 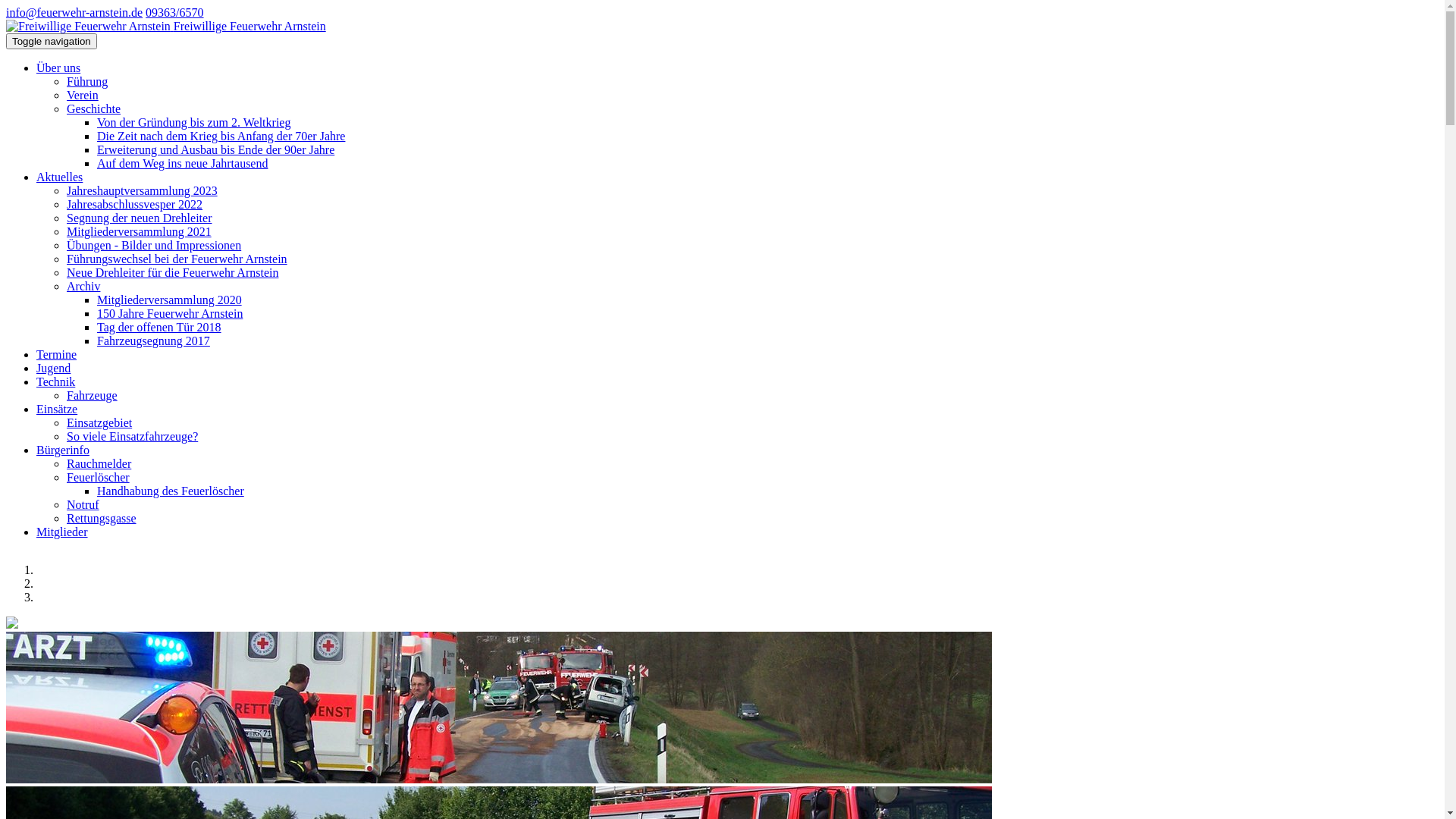 What do you see at coordinates (139, 231) in the screenshot?
I see `'Mitgliederversammlung 2021'` at bounding box center [139, 231].